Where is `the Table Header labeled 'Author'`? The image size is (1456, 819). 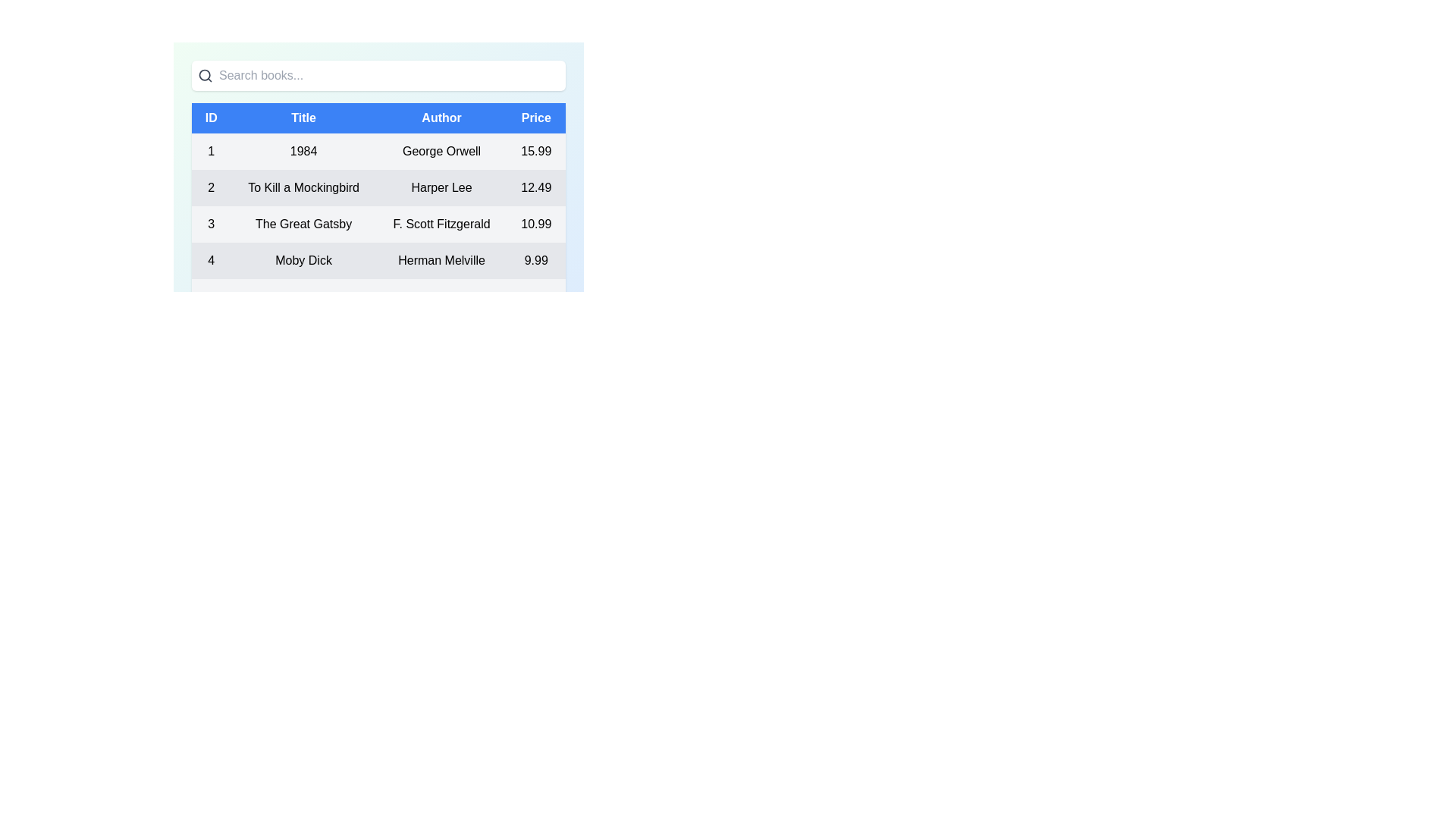
the Table Header labeled 'Author' is located at coordinates (441, 117).